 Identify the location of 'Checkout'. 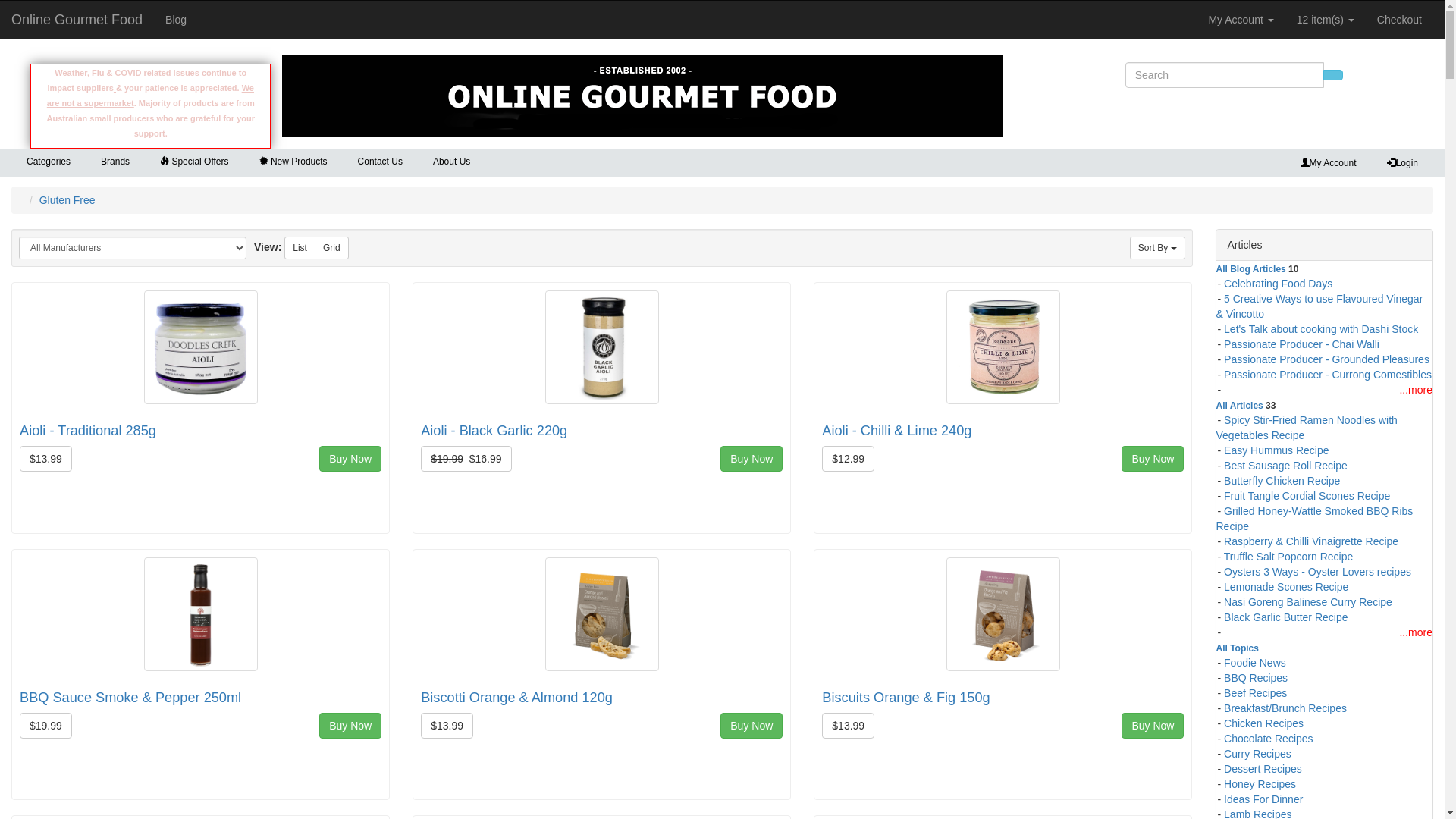
(1365, 20).